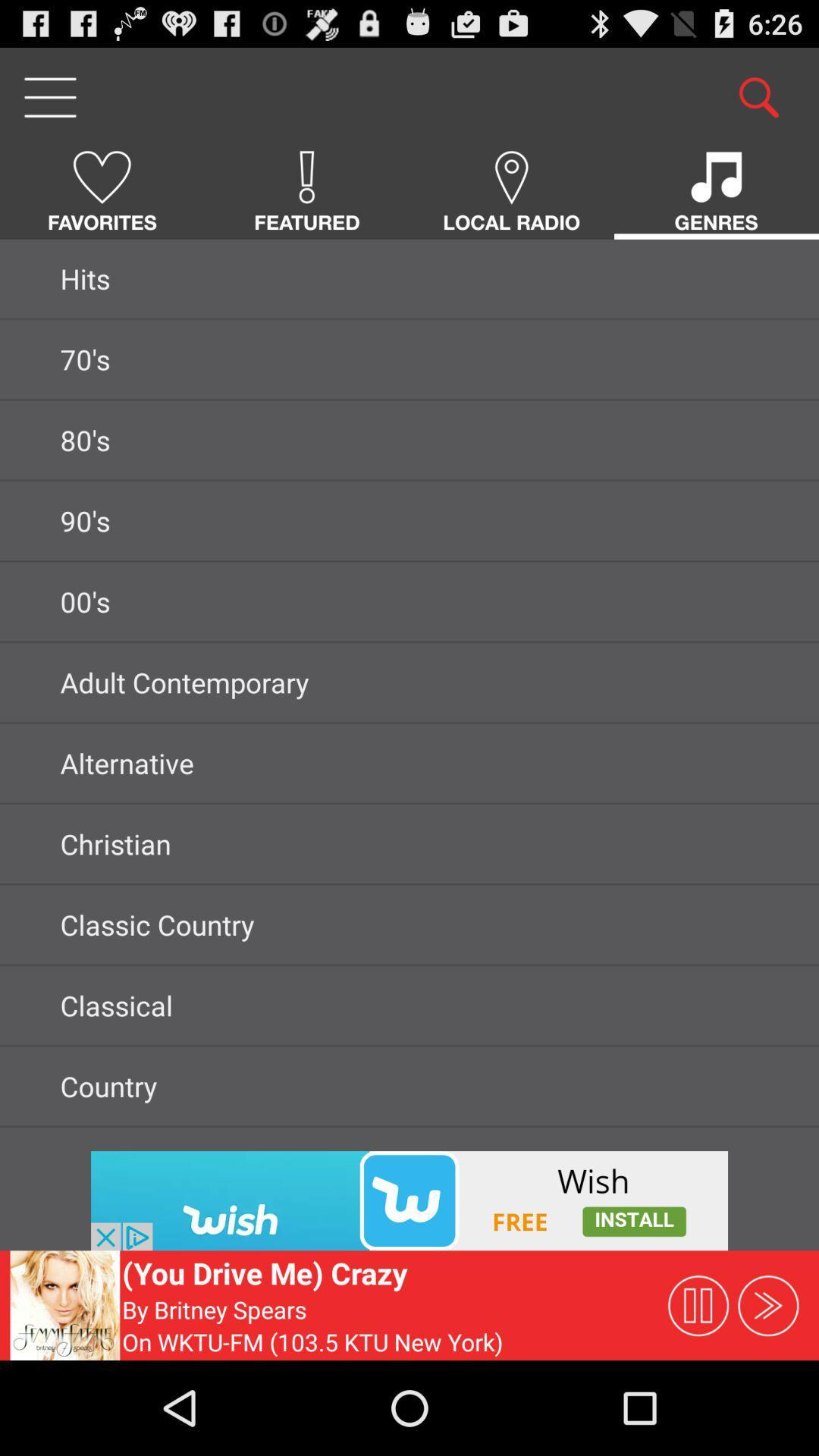  What do you see at coordinates (698, 1396) in the screenshot?
I see `the pause icon` at bounding box center [698, 1396].